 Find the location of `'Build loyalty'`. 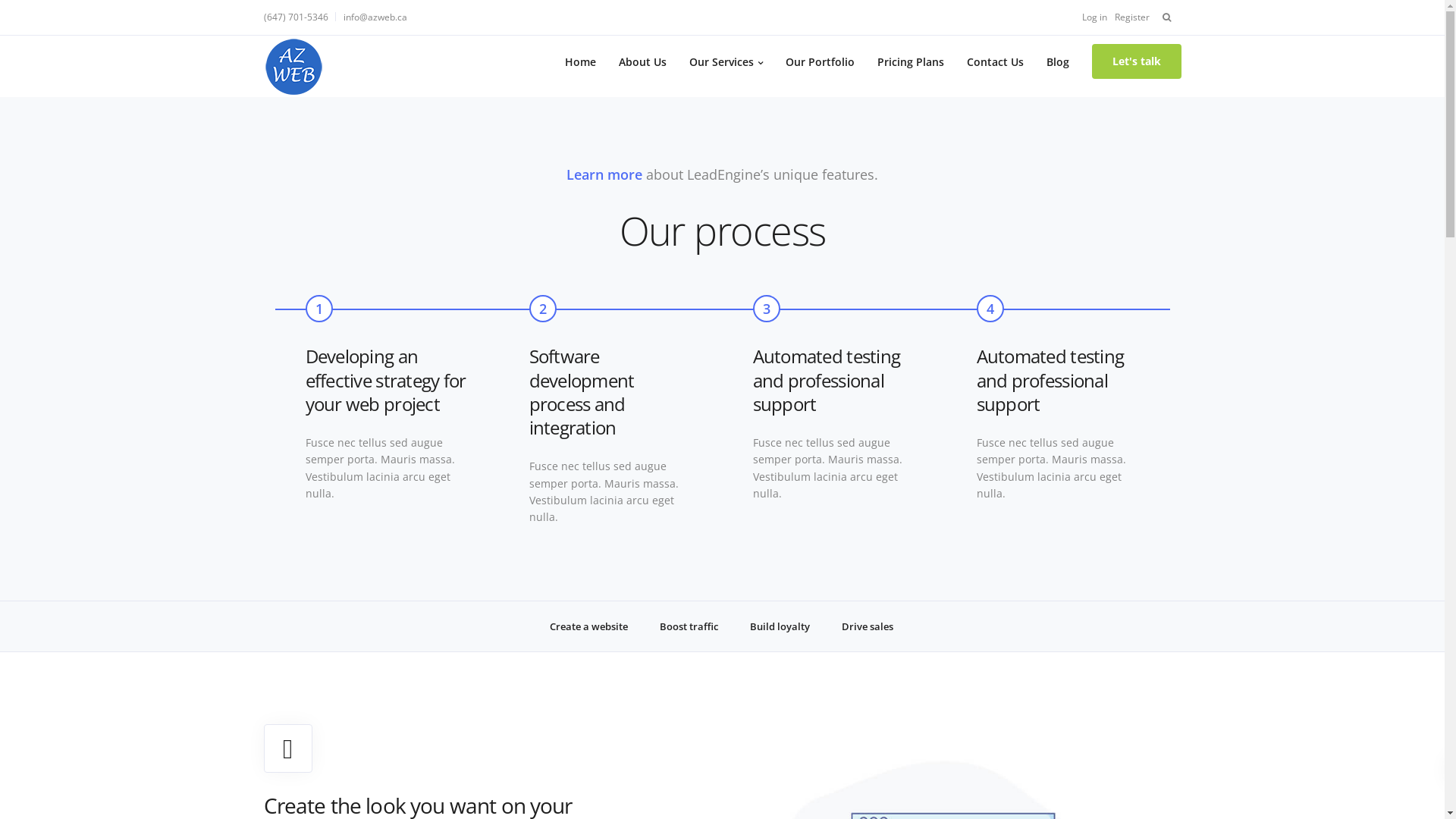

'Build loyalty' is located at coordinates (780, 626).